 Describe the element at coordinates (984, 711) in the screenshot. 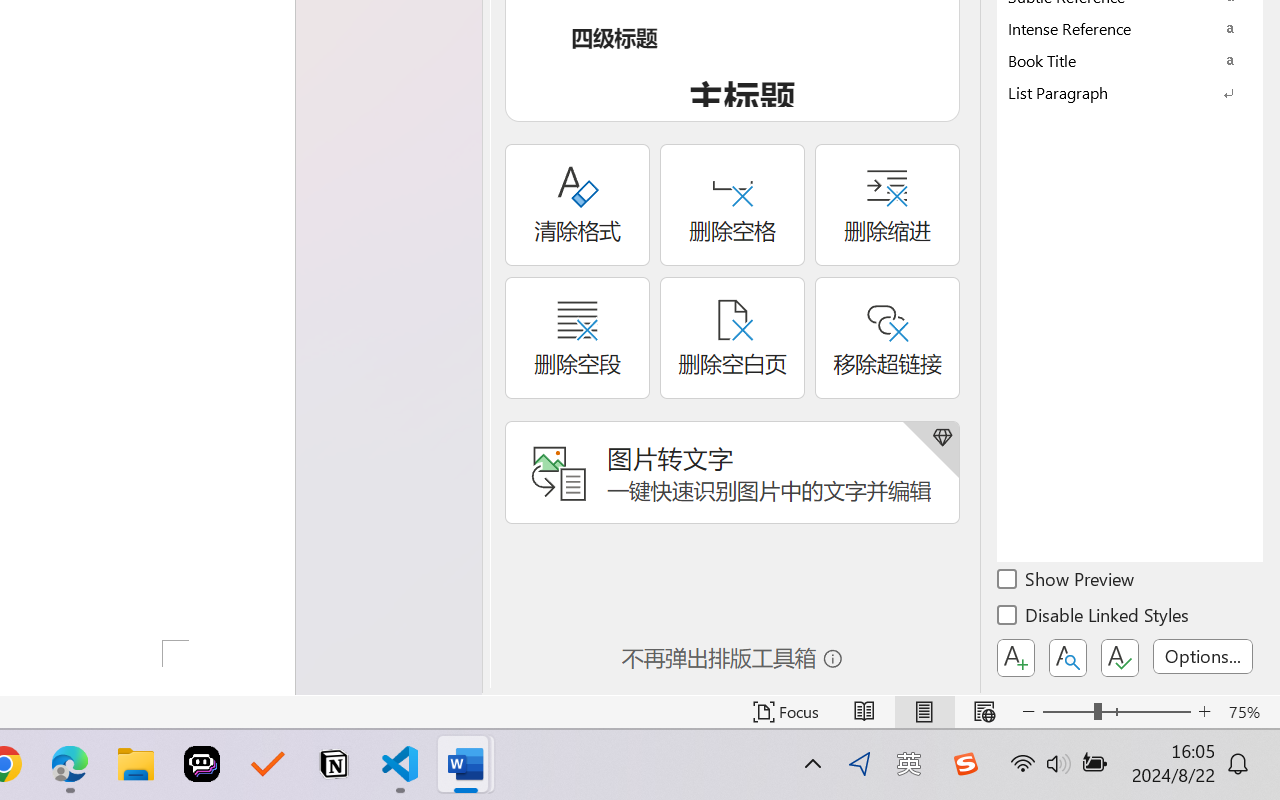

I see `'Web Layout'` at that location.